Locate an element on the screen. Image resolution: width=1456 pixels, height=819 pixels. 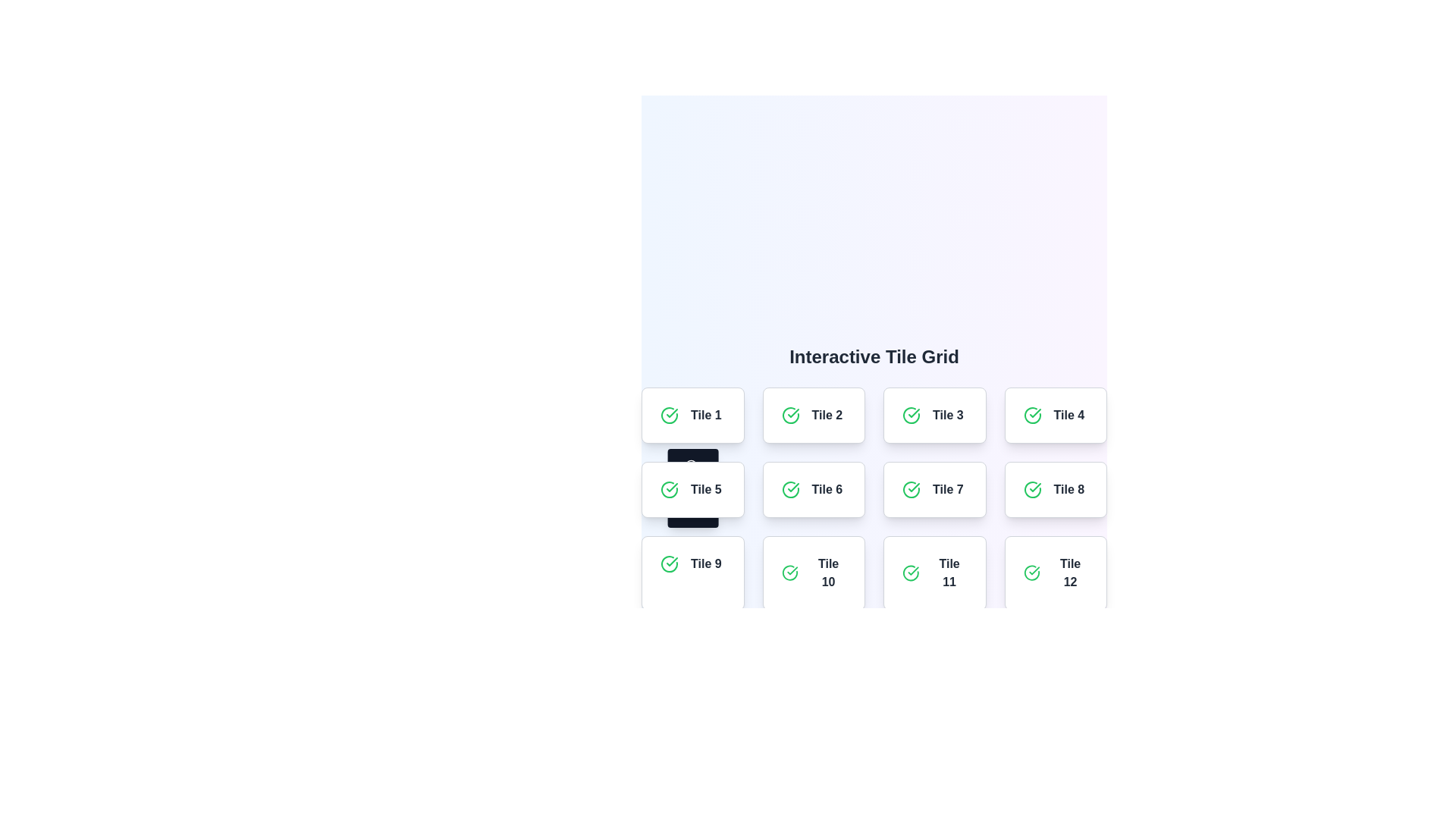
the selectable card representing 'Tile 3' in the grid layout is located at coordinates (934, 415).